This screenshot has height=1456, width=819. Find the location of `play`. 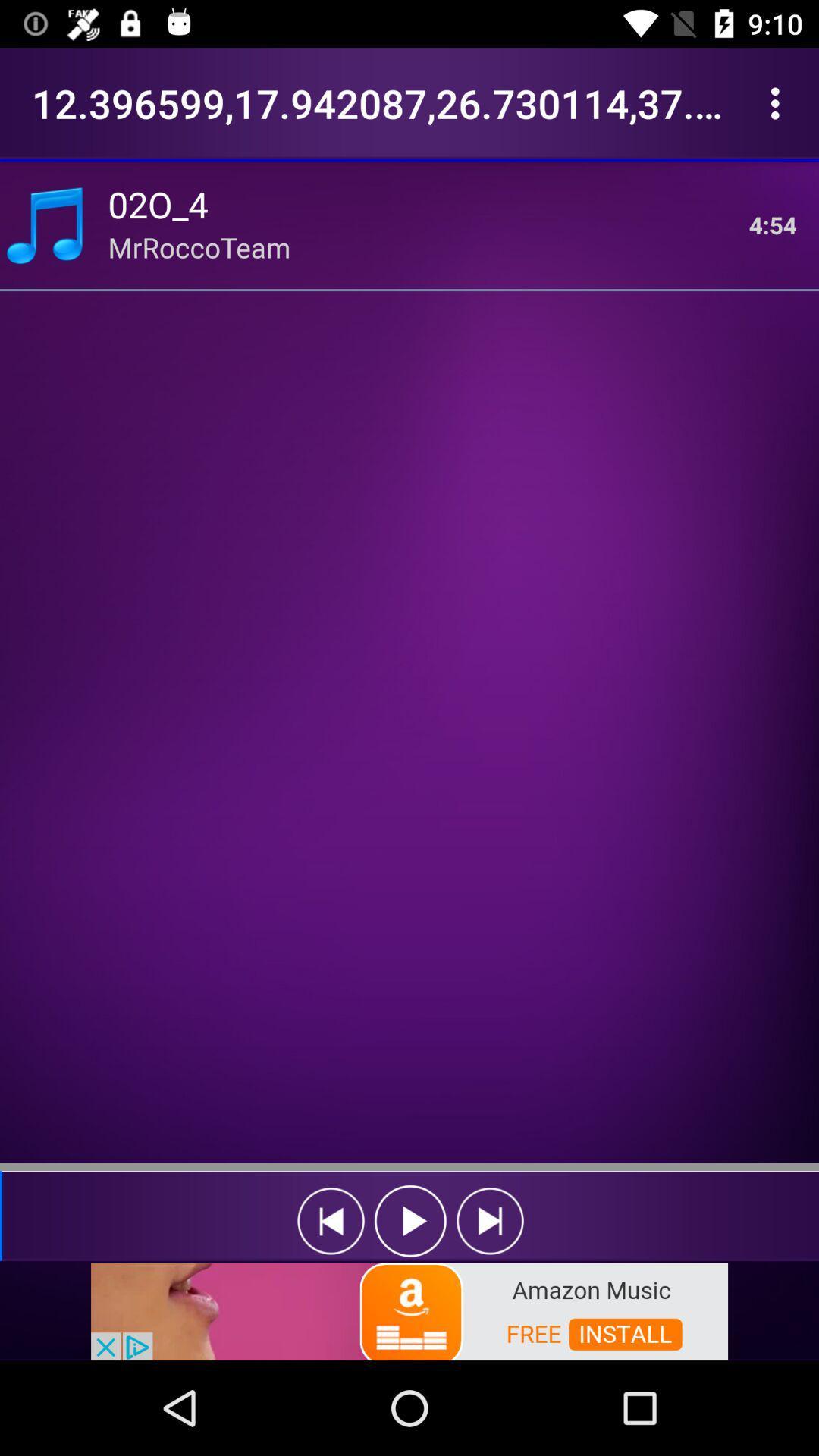

play is located at coordinates (410, 1221).